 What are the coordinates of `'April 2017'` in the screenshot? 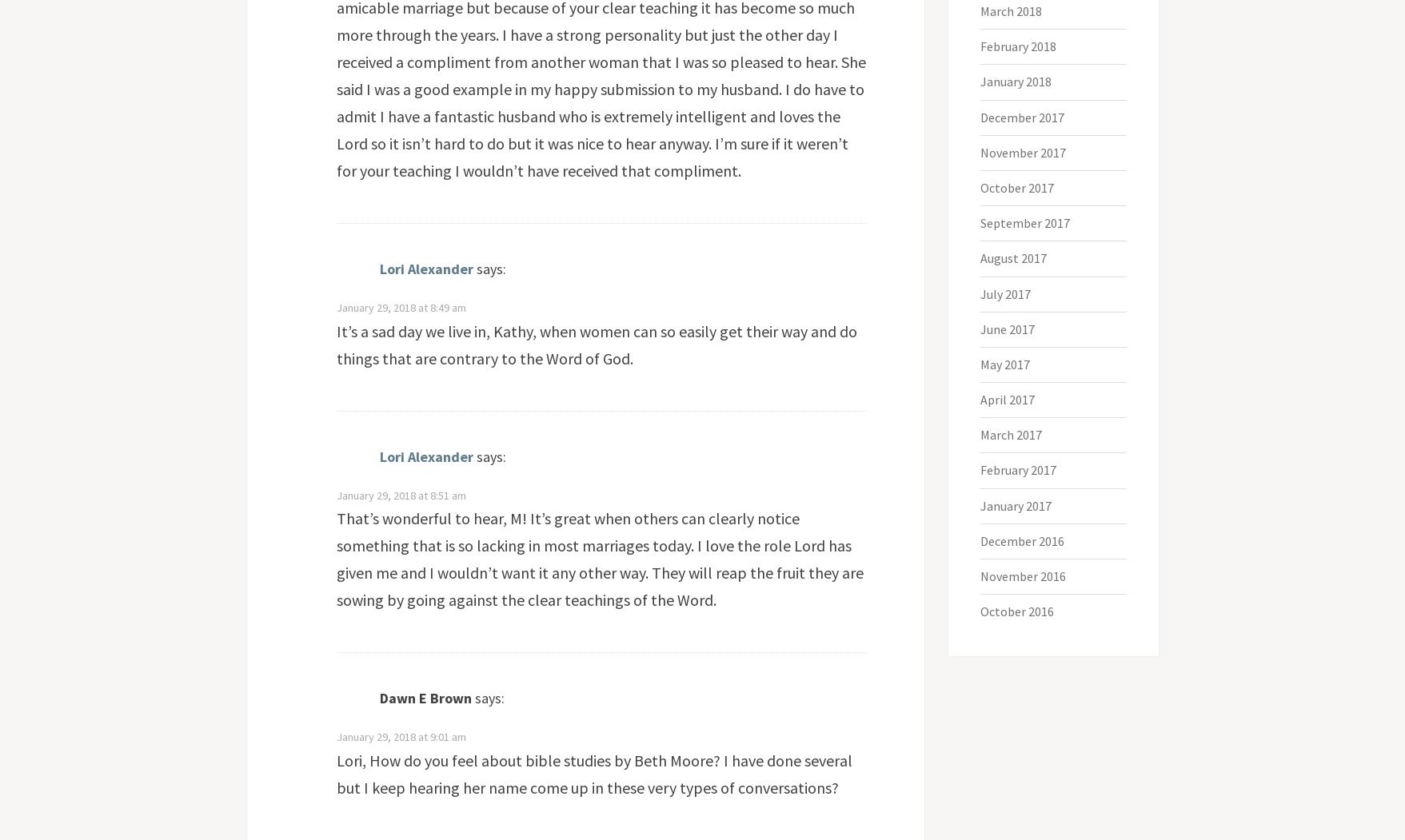 It's located at (980, 399).